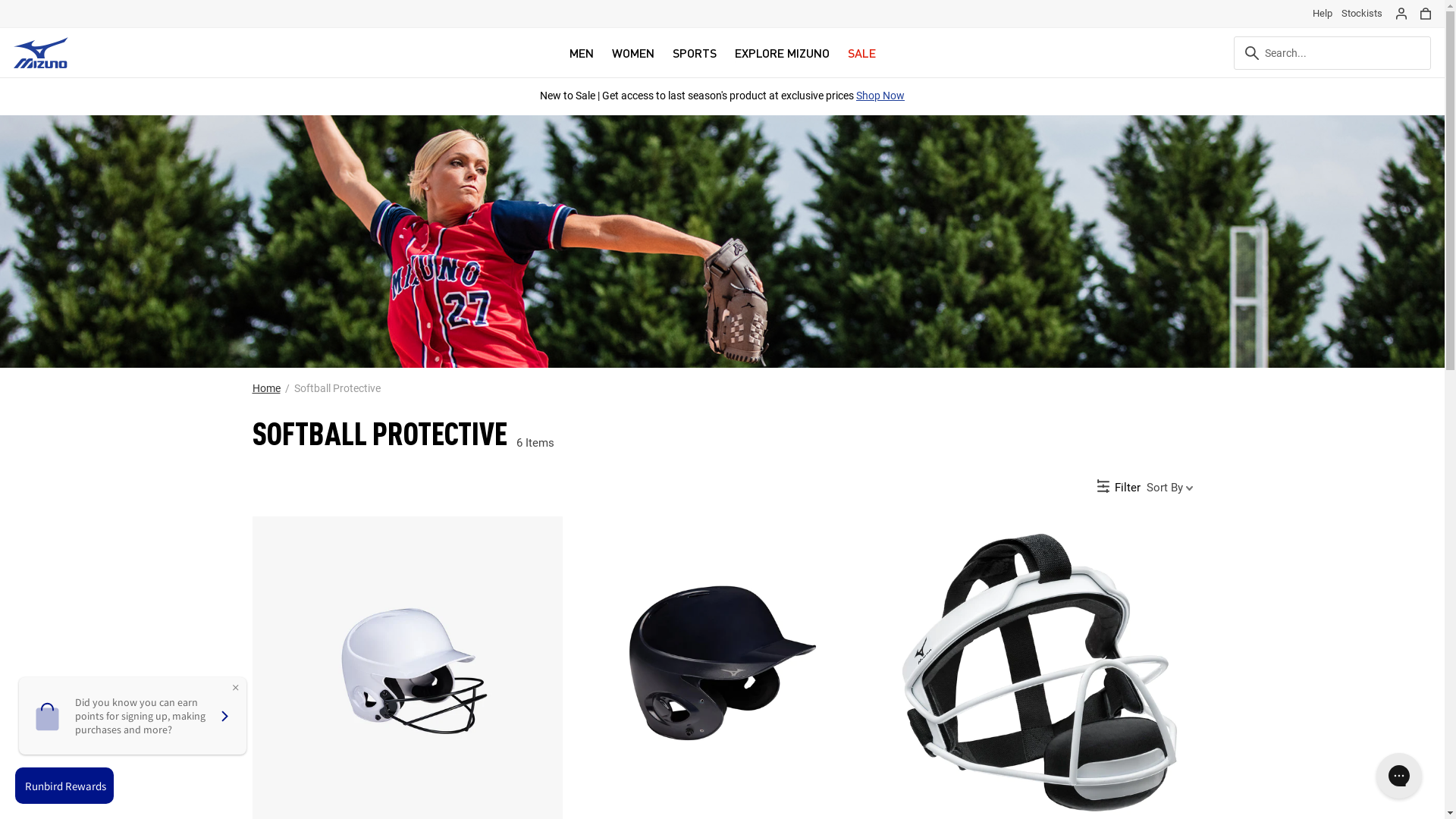 Image resolution: width=1456 pixels, height=819 pixels. I want to click on 'Gorgias live chat messenger', so click(1398, 775).